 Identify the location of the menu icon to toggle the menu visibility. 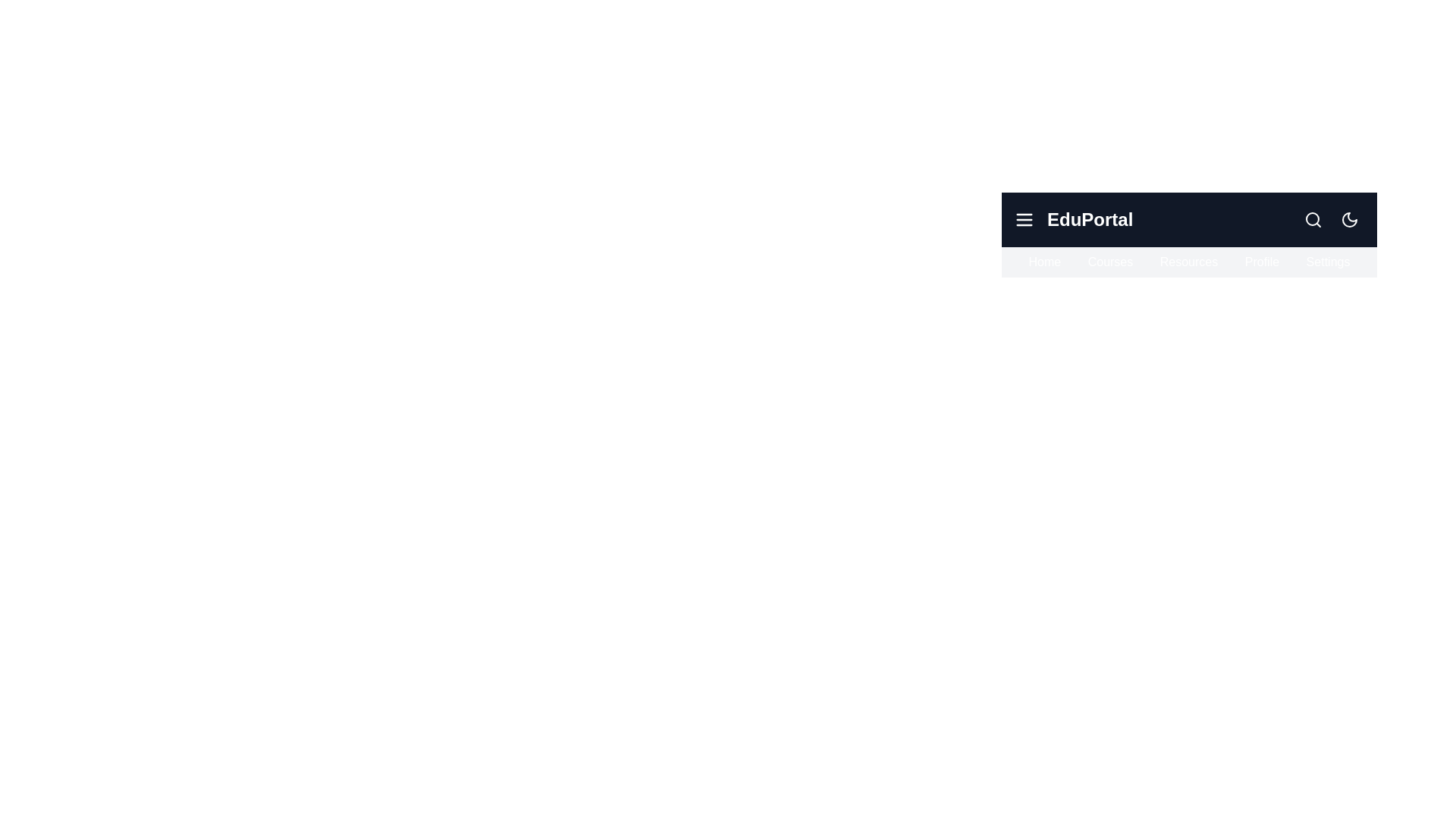
(1024, 219).